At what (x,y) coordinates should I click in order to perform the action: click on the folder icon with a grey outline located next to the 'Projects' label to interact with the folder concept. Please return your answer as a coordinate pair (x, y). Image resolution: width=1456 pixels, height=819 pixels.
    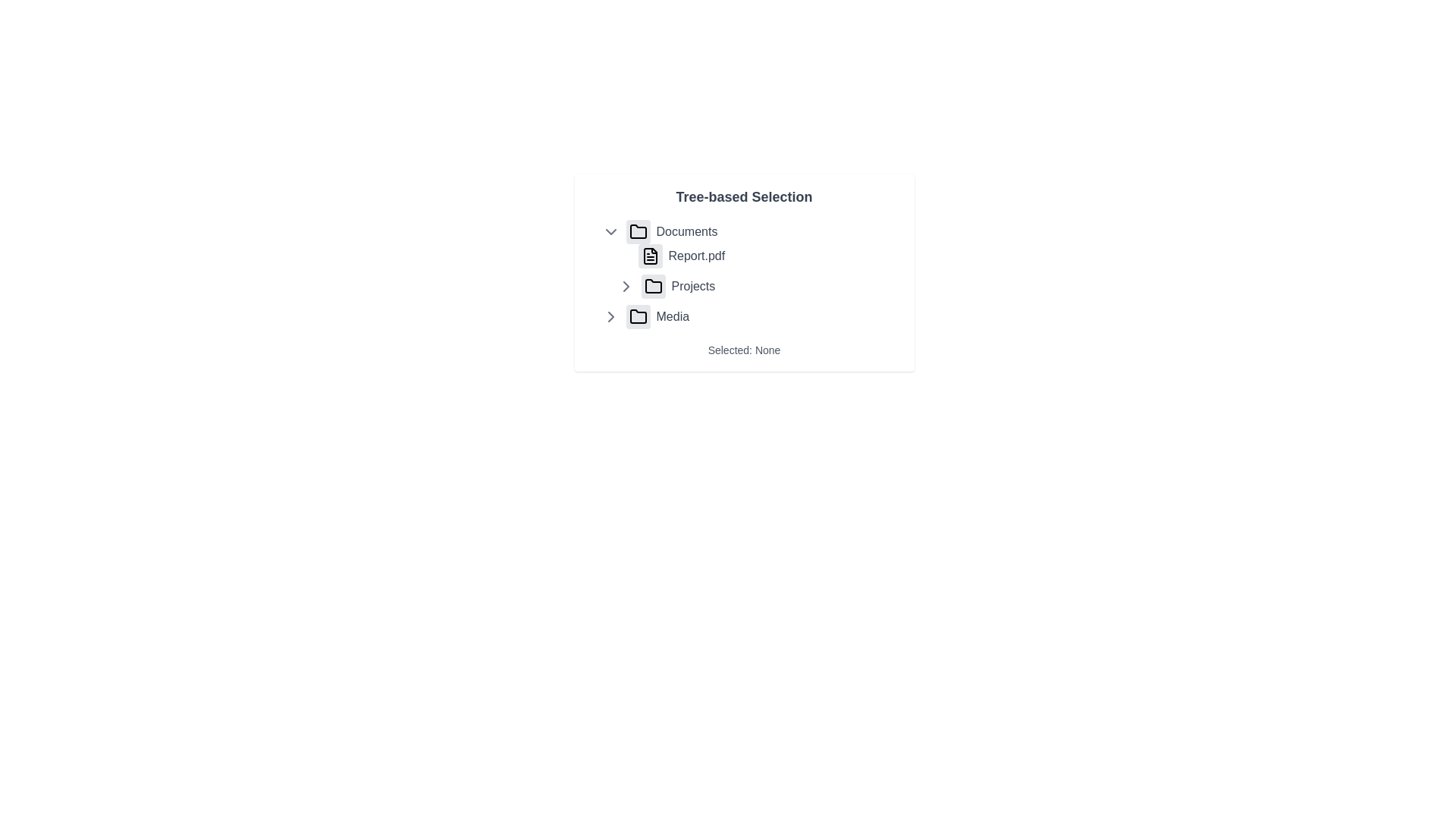
    Looking at the image, I should click on (653, 287).